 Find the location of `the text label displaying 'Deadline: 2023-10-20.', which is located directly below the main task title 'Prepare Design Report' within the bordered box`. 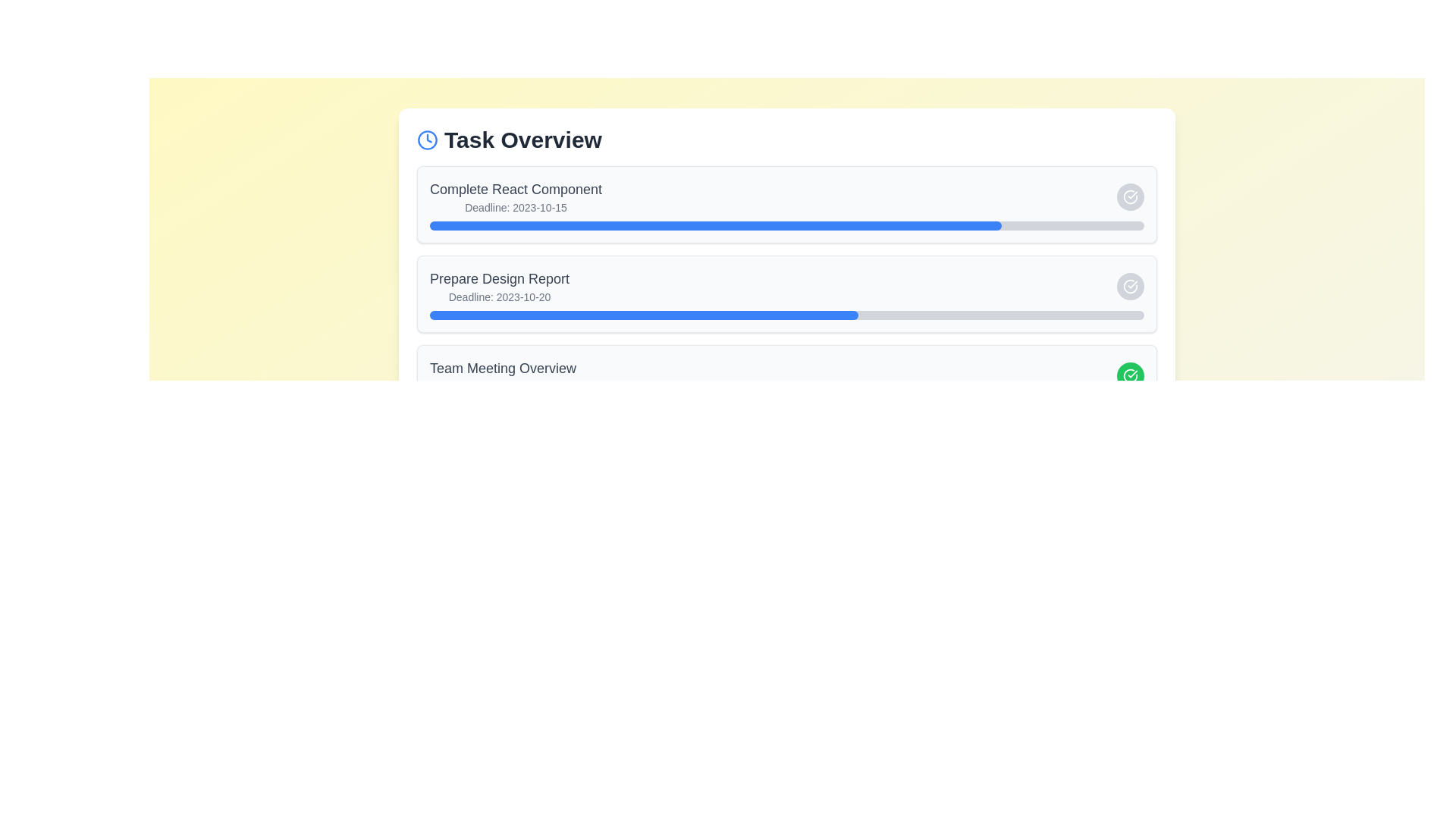

the text label displaying 'Deadline: 2023-10-20.', which is located directly below the main task title 'Prepare Design Report' within the bordered box is located at coordinates (500, 297).